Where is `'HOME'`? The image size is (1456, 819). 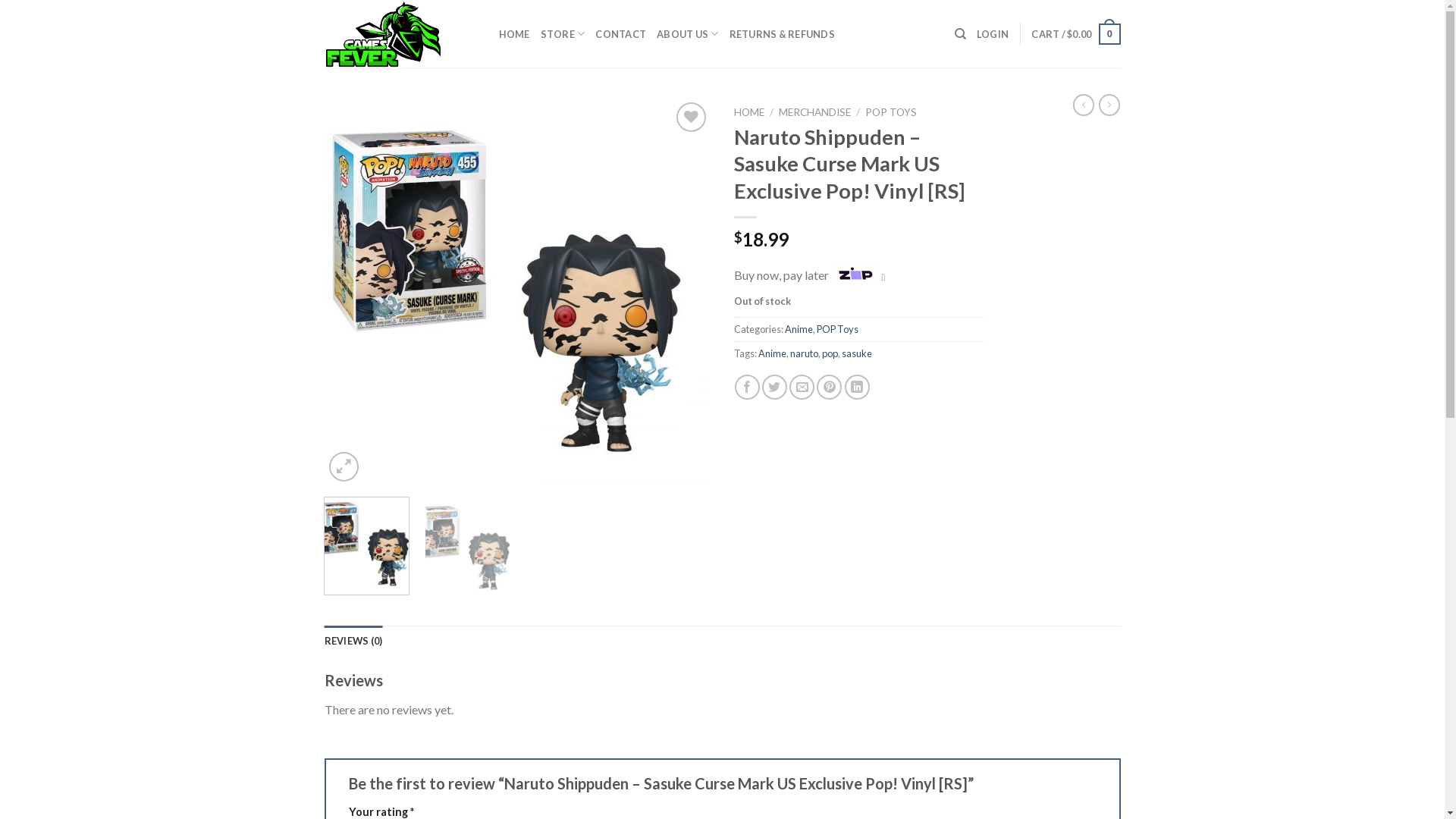
'HOME' is located at coordinates (514, 34).